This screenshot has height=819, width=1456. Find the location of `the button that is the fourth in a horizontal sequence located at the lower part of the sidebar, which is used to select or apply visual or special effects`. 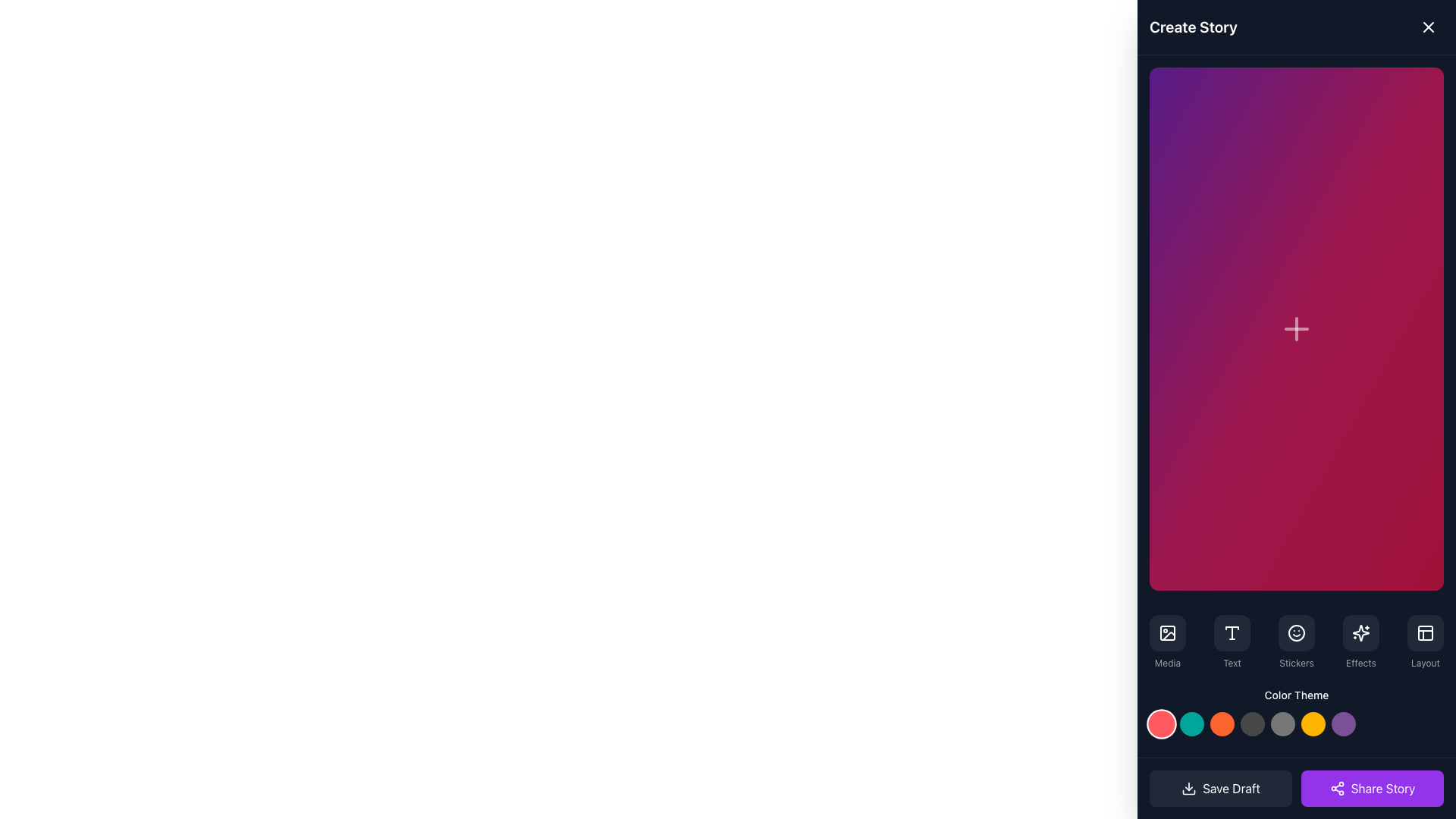

the button that is the fourth in a horizontal sequence located at the lower part of the sidebar, which is used to select or apply visual or special effects is located at coordinates (1361, 641).